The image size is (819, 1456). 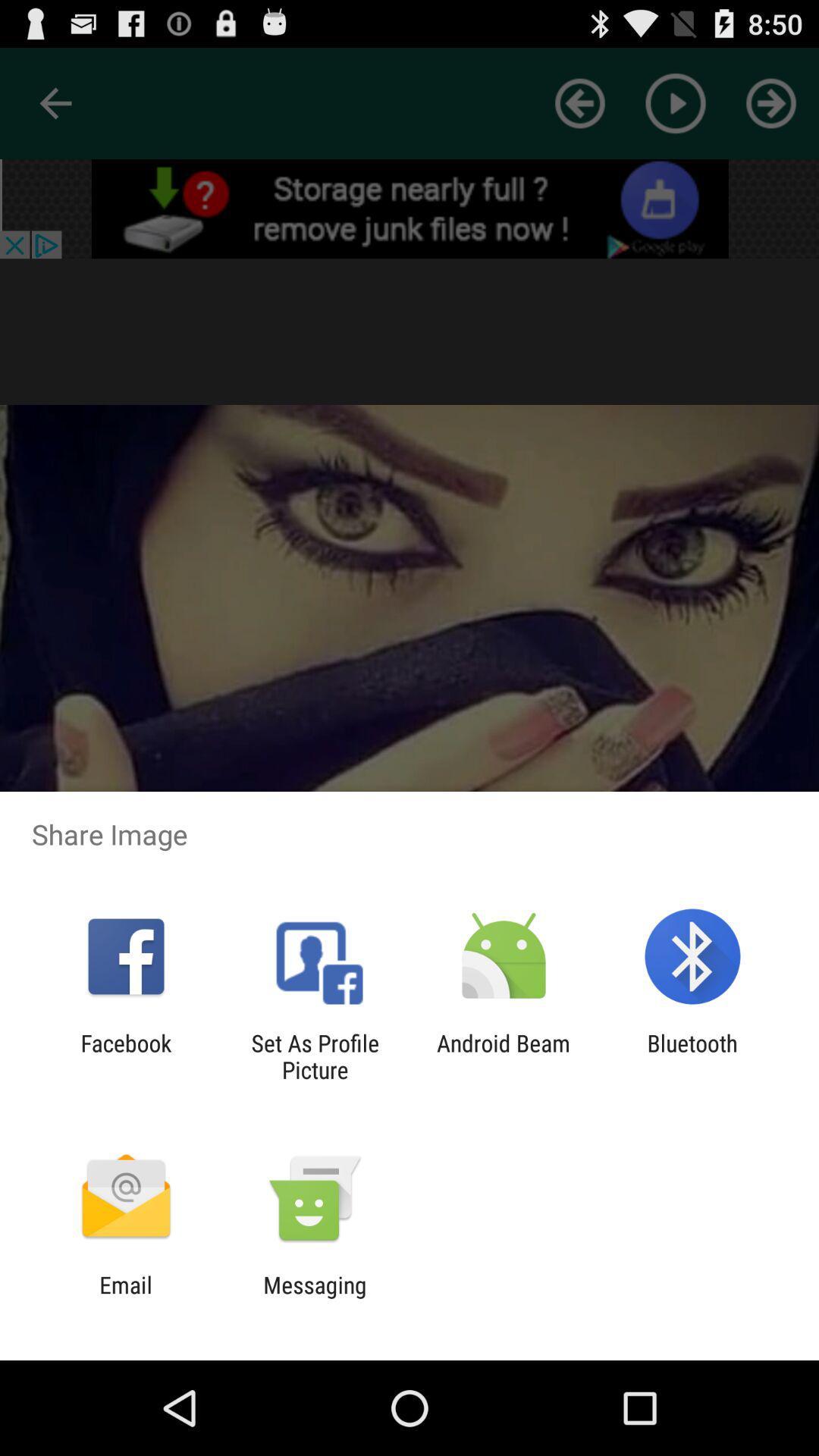 I want to click on icon next to set as profile icon, so click(x=504, y=1056).